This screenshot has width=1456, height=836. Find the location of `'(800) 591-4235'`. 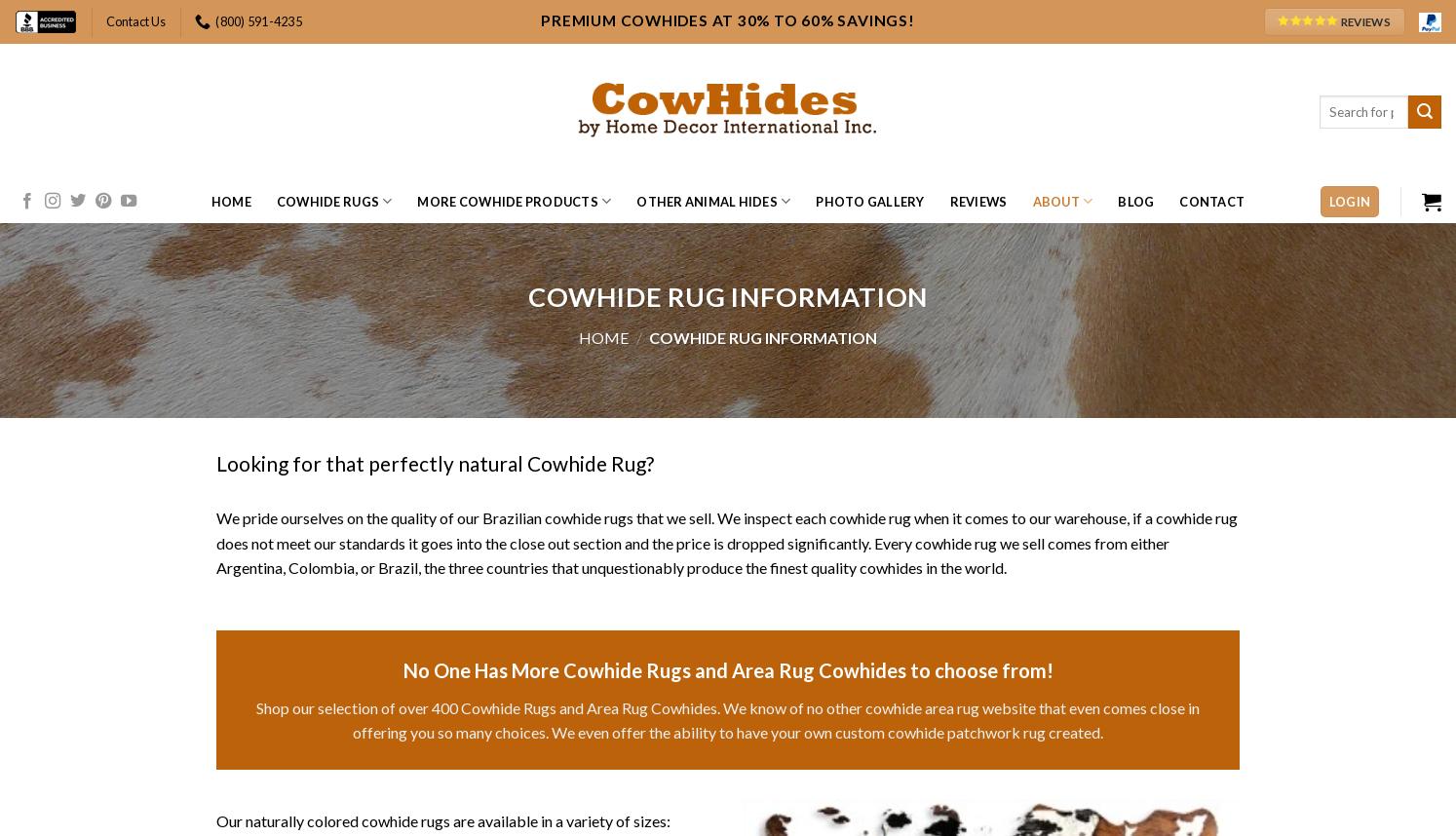

'(800) 591-4235' is located at coordinates (258, 20).